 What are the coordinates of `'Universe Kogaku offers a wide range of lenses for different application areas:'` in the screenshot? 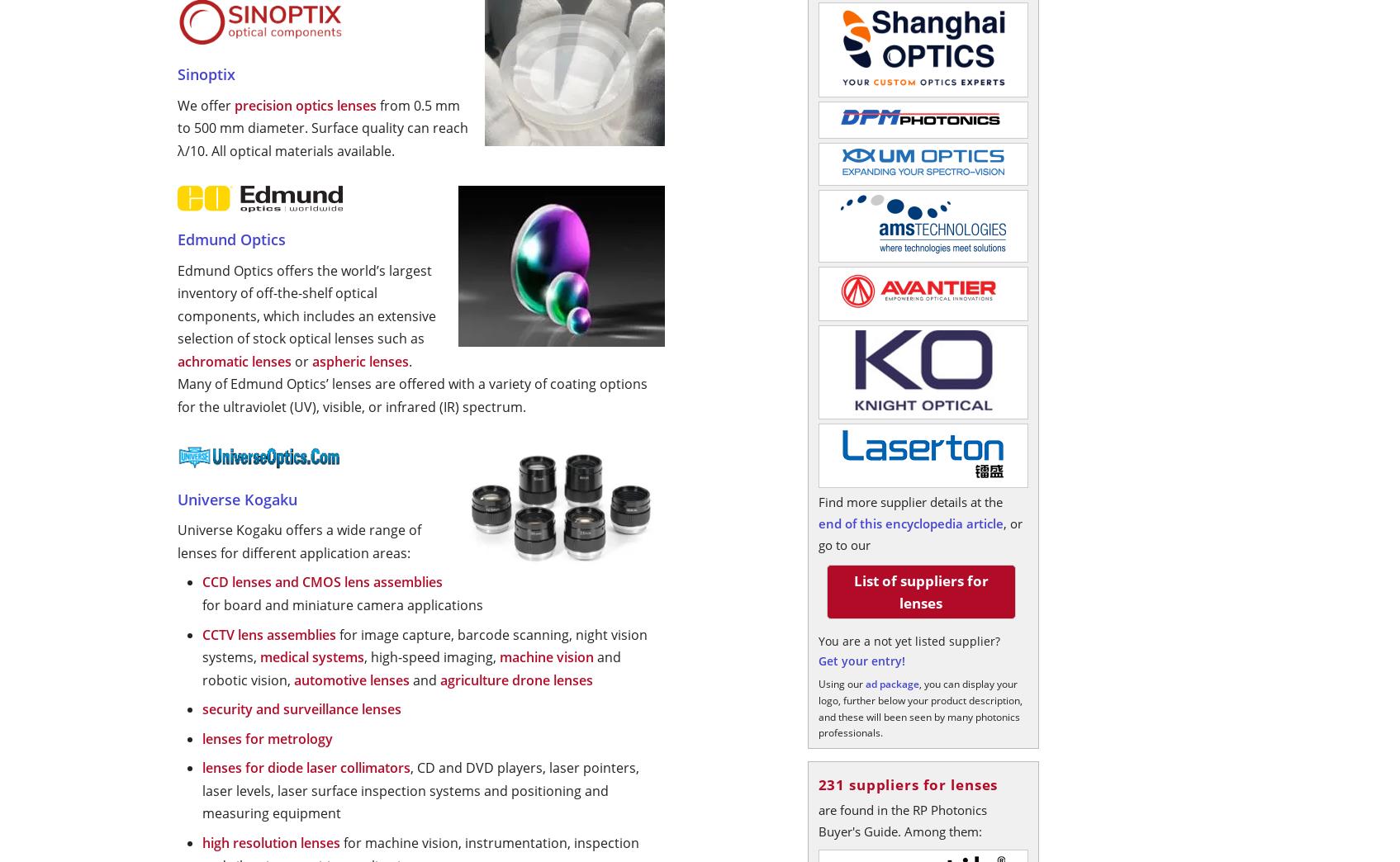 It's located at (298, 540).